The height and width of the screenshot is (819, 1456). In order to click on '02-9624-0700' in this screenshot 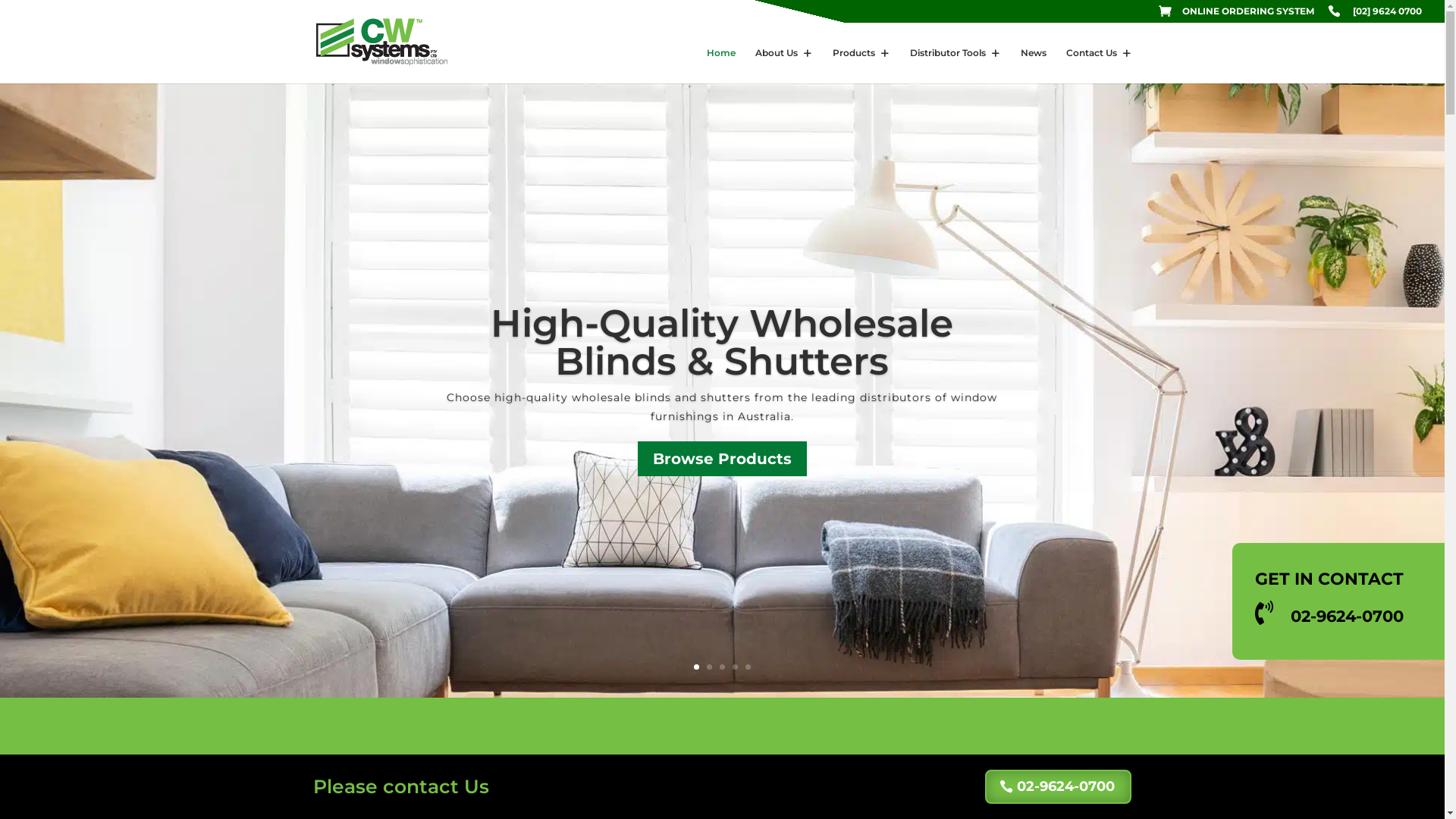, I will do `click(1057, 786)`.